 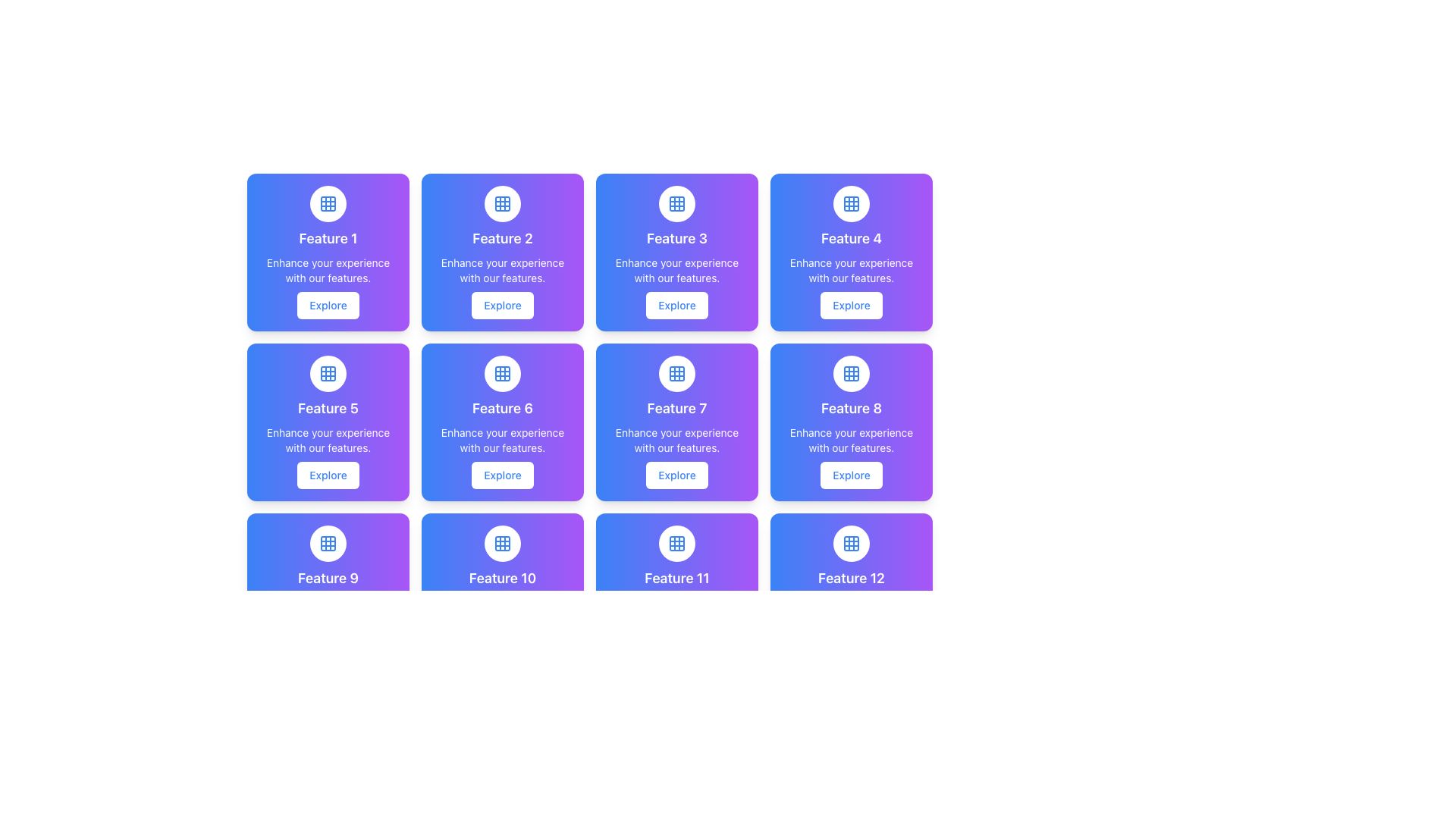 What do you see at coordinates (502, 203) in the screenshot?
I see `the grid icon, which is a 3x3 arrangement of squares on a circular white background with blue grid lines, located in the second column of the first row` at bounding box center [502, 203].